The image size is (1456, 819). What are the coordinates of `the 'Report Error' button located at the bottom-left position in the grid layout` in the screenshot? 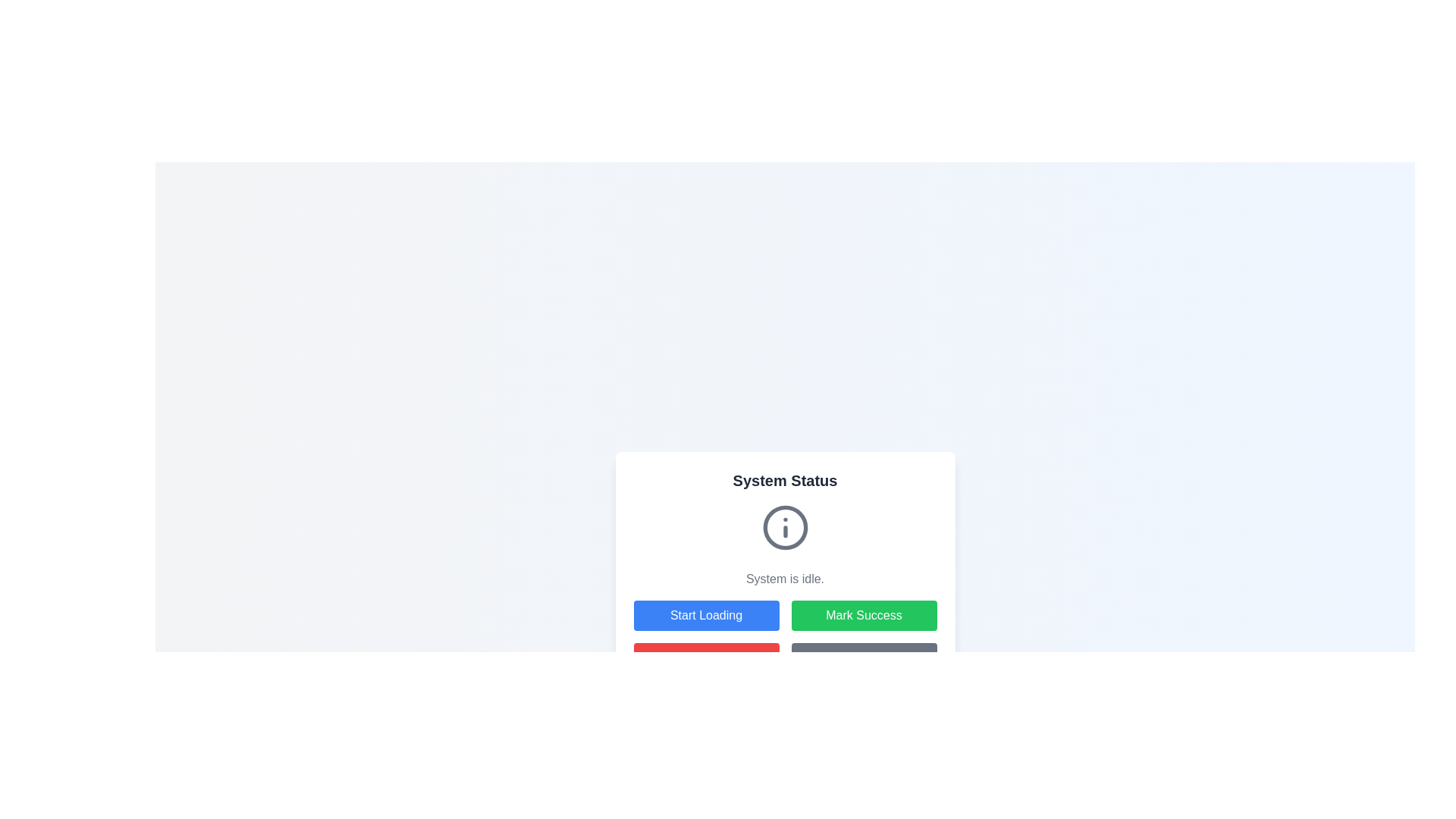 It's located at (705, 657).